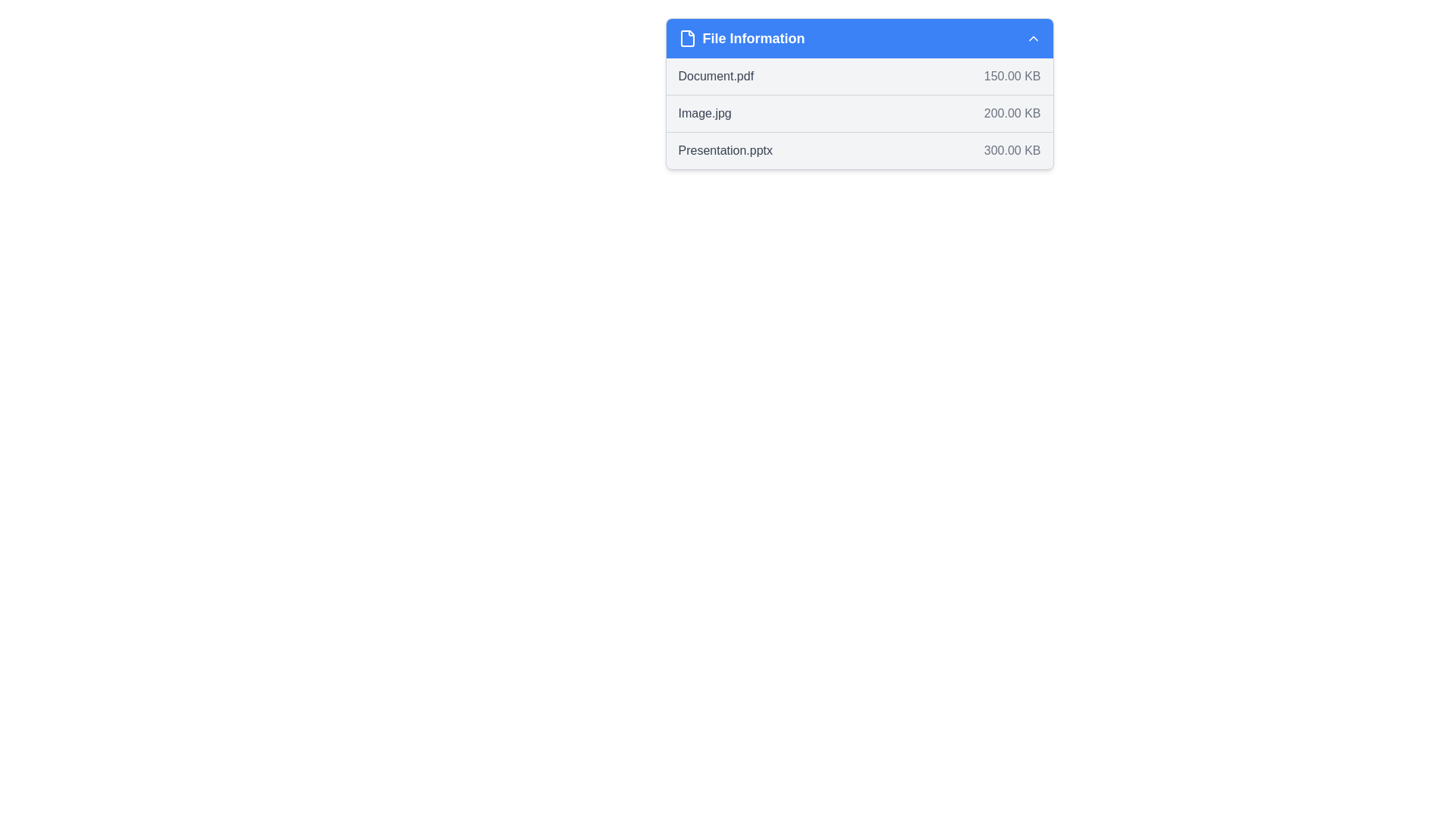  What do you see at coordinates (1012, 76) in the screenshot?
I see `the informational text label displaying the file size of 'Document.pdf', located at the far-right end of its corresponding row` at bounding box center [1012, 76].